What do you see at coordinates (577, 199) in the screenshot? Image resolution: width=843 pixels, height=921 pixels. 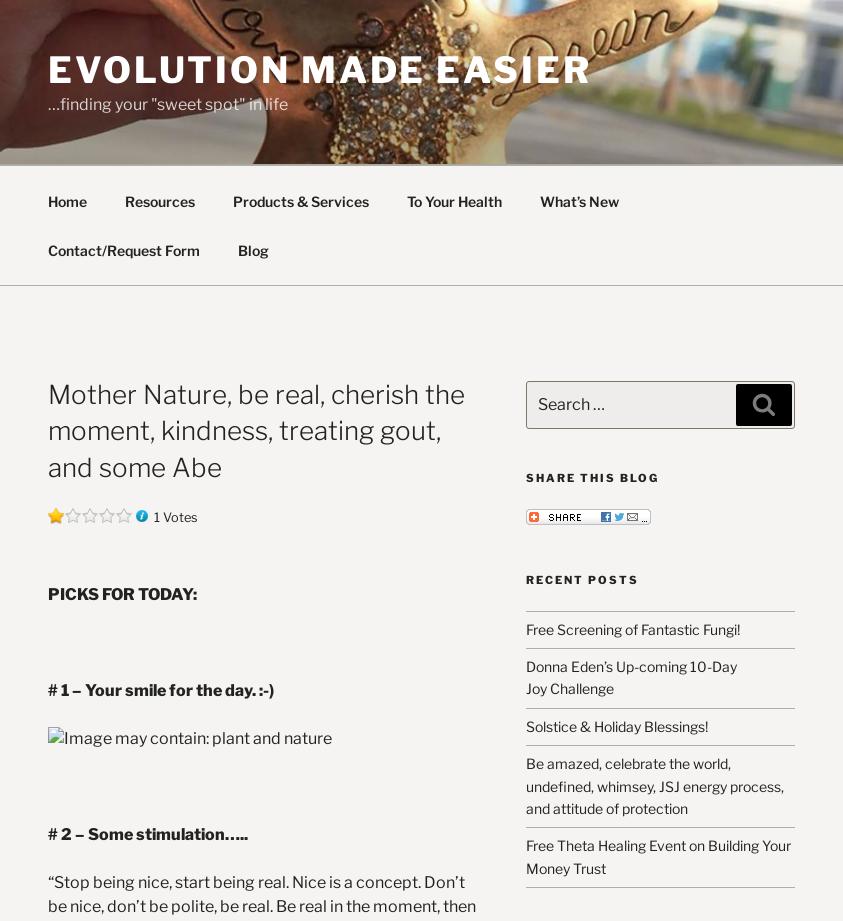 I see `'What’s New'` at bounding box center [577, 199].